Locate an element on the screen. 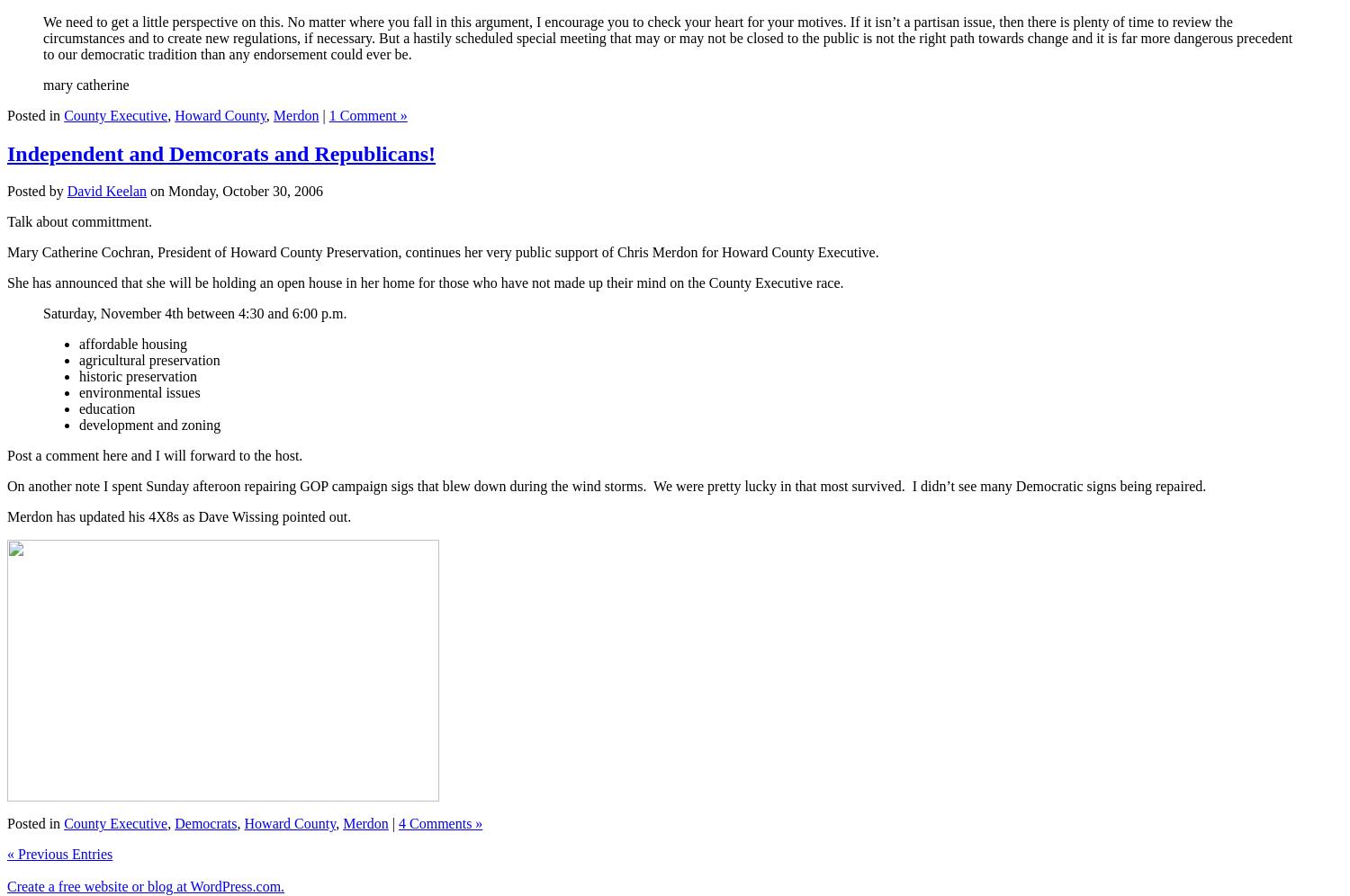 Image resolution: width=1350 pixels, height=896 pixels. 'David Keelan' is located at coordinates (105, 190).